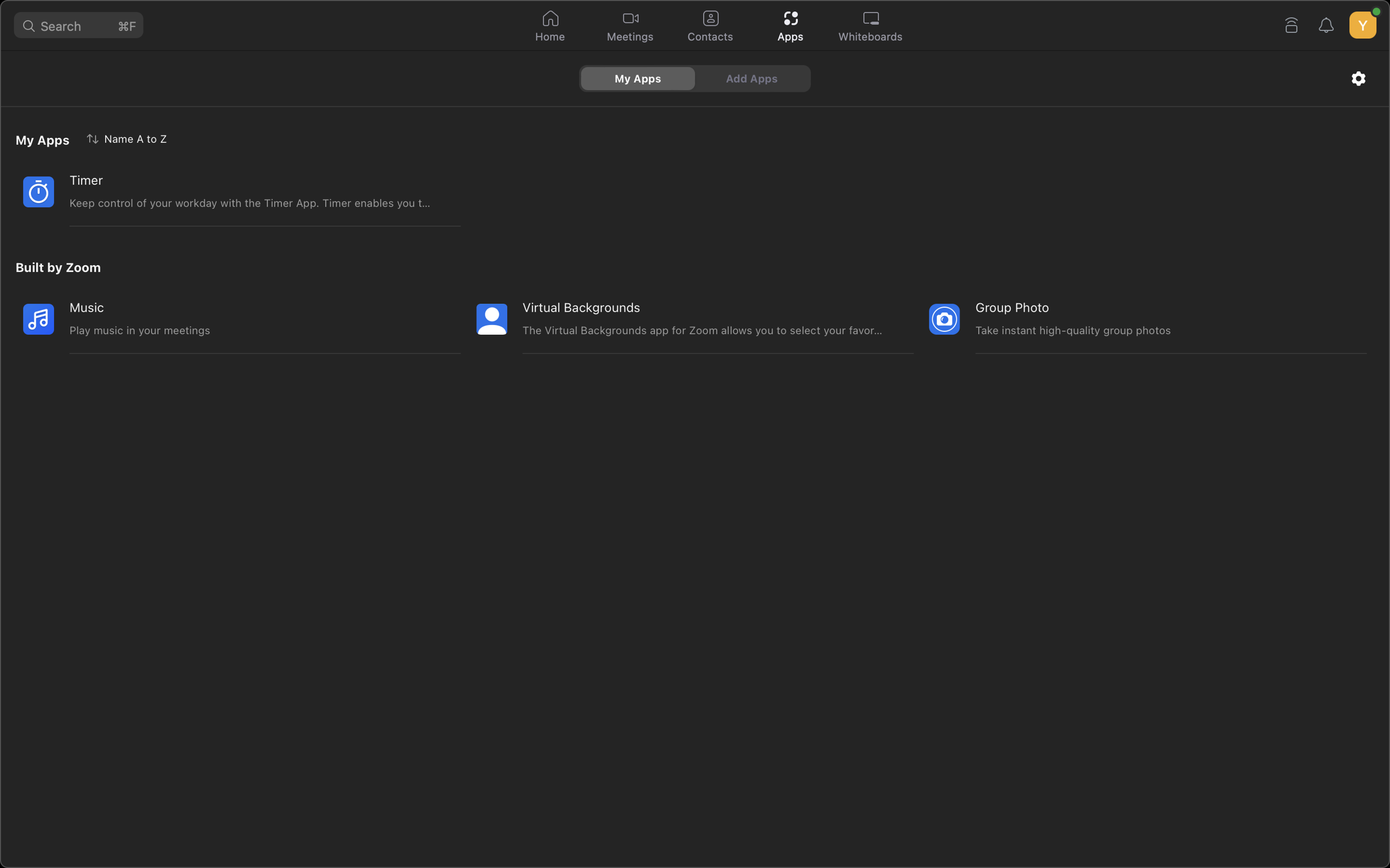 The image size is (1390, 868). What do you see at coordinates (753, 77) in the screenshot?
I see `Hit the key to incorporate additional apps` at bounding box center [753, 77].